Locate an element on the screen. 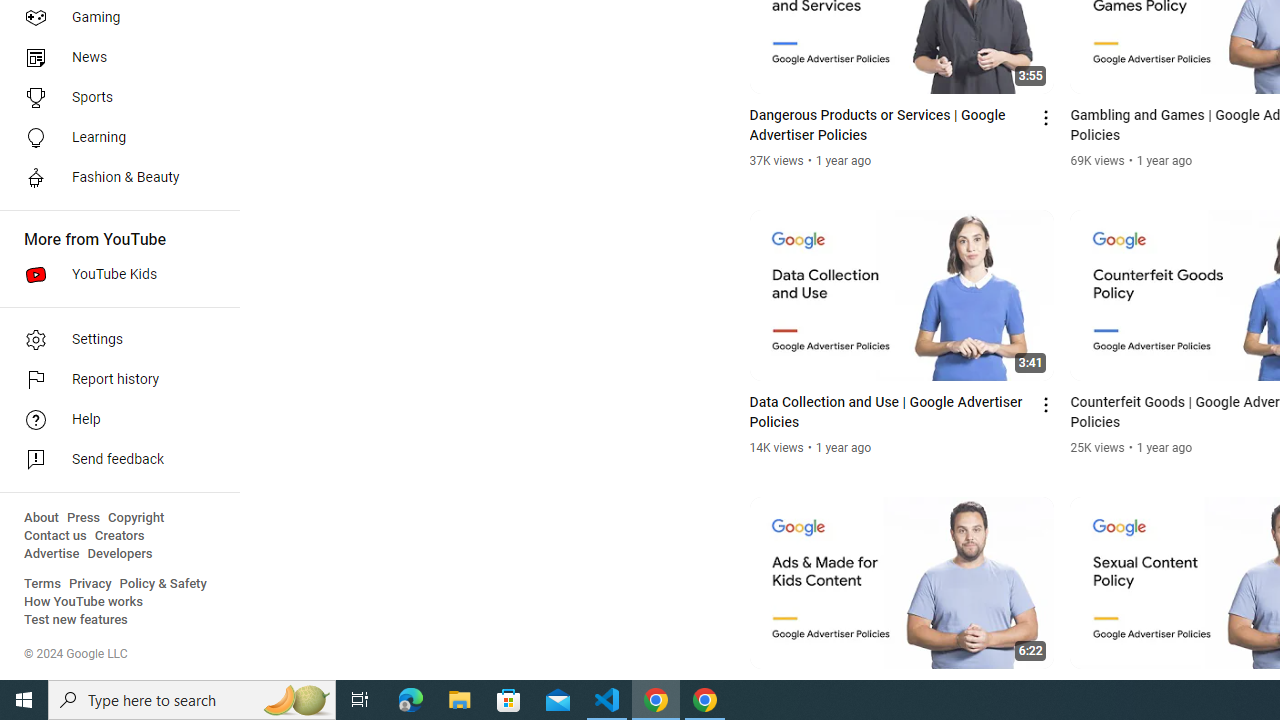 The image size is (1280, 720). 'Developers' is located at coordinates (119, 554).